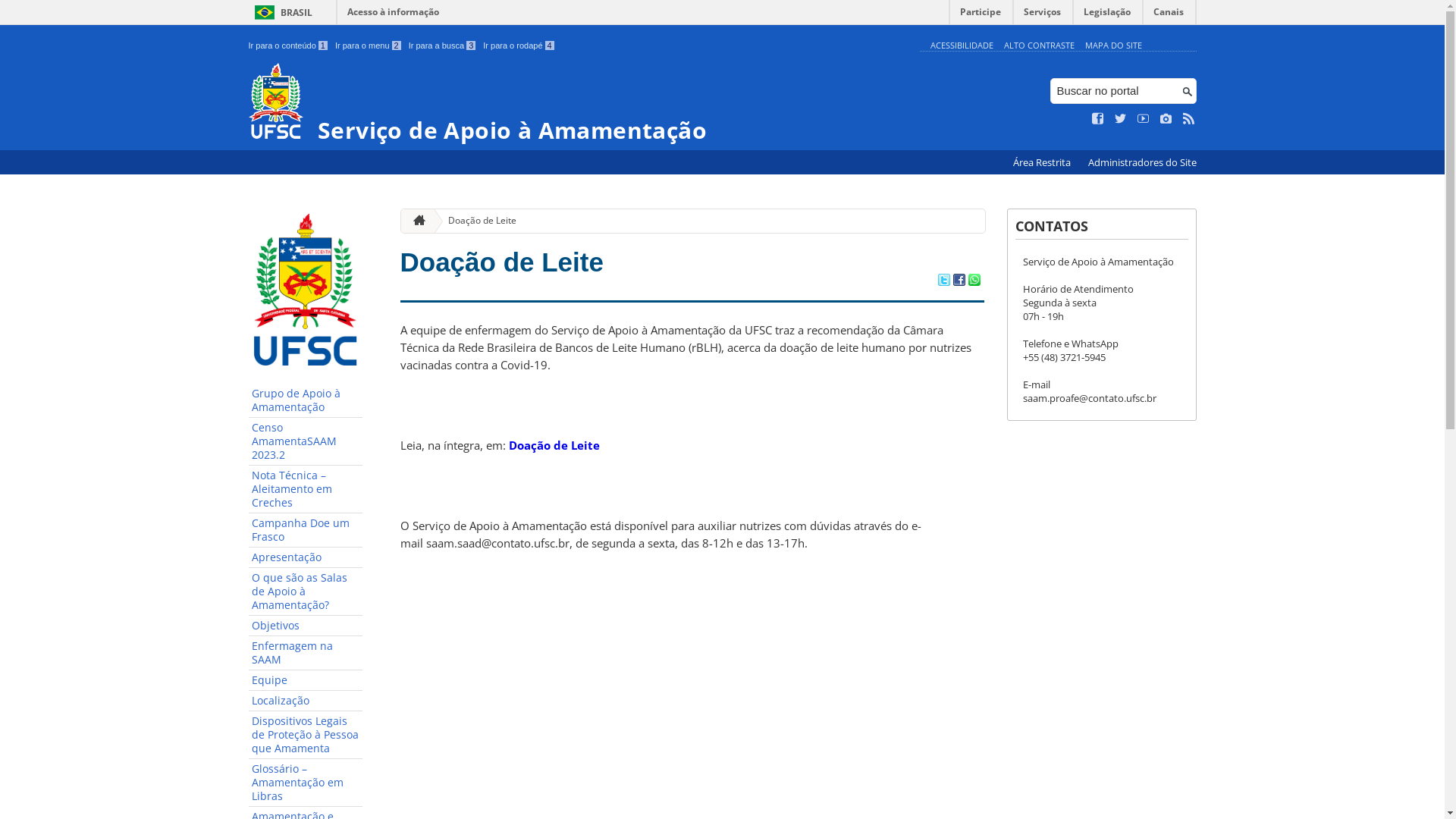  Describe the element at coordinates (305, 441) in the screenshot. I see `'Censo AmamentaSAAM 2023.2'` at that location.